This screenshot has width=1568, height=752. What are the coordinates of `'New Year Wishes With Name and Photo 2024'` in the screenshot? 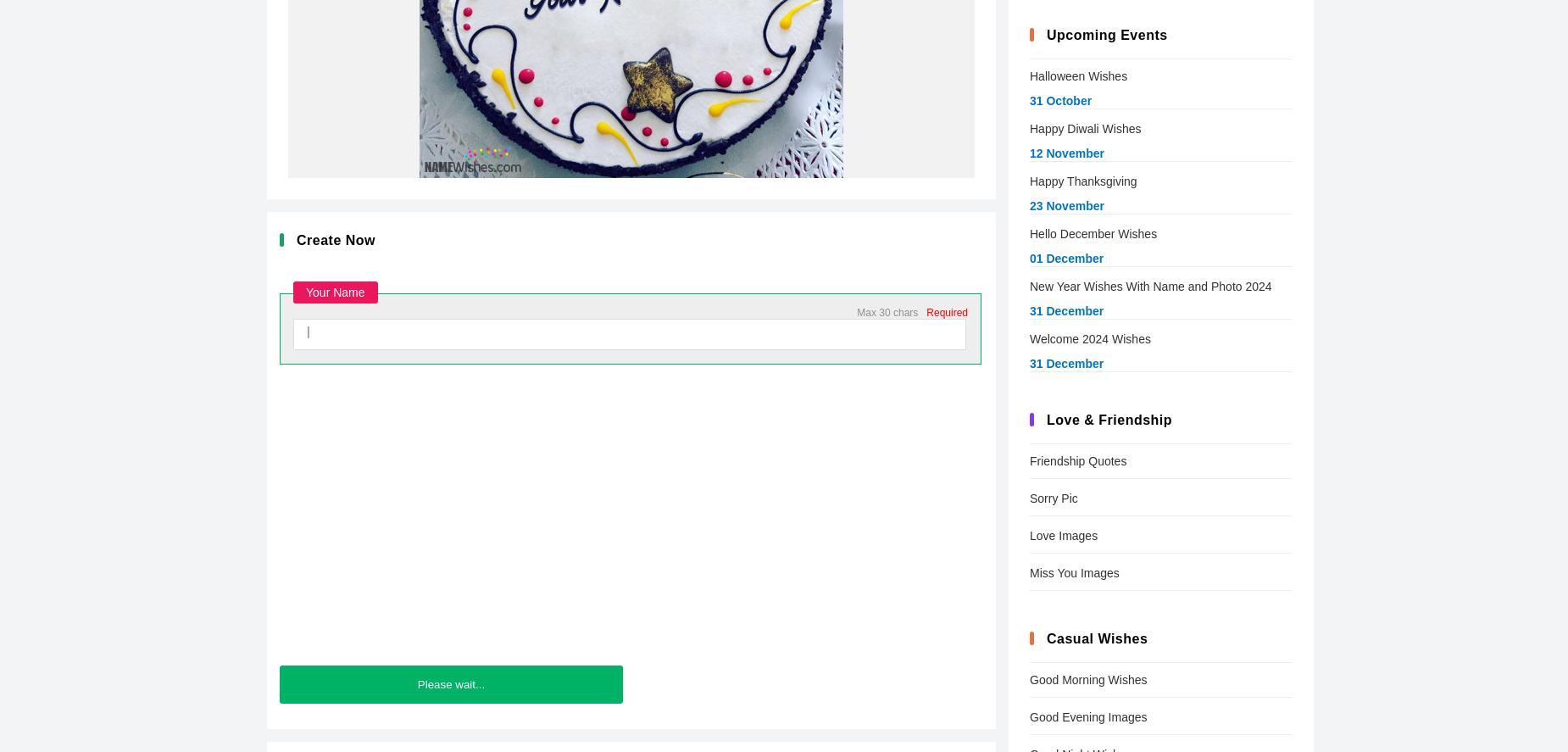 It's located at (1149, 287).